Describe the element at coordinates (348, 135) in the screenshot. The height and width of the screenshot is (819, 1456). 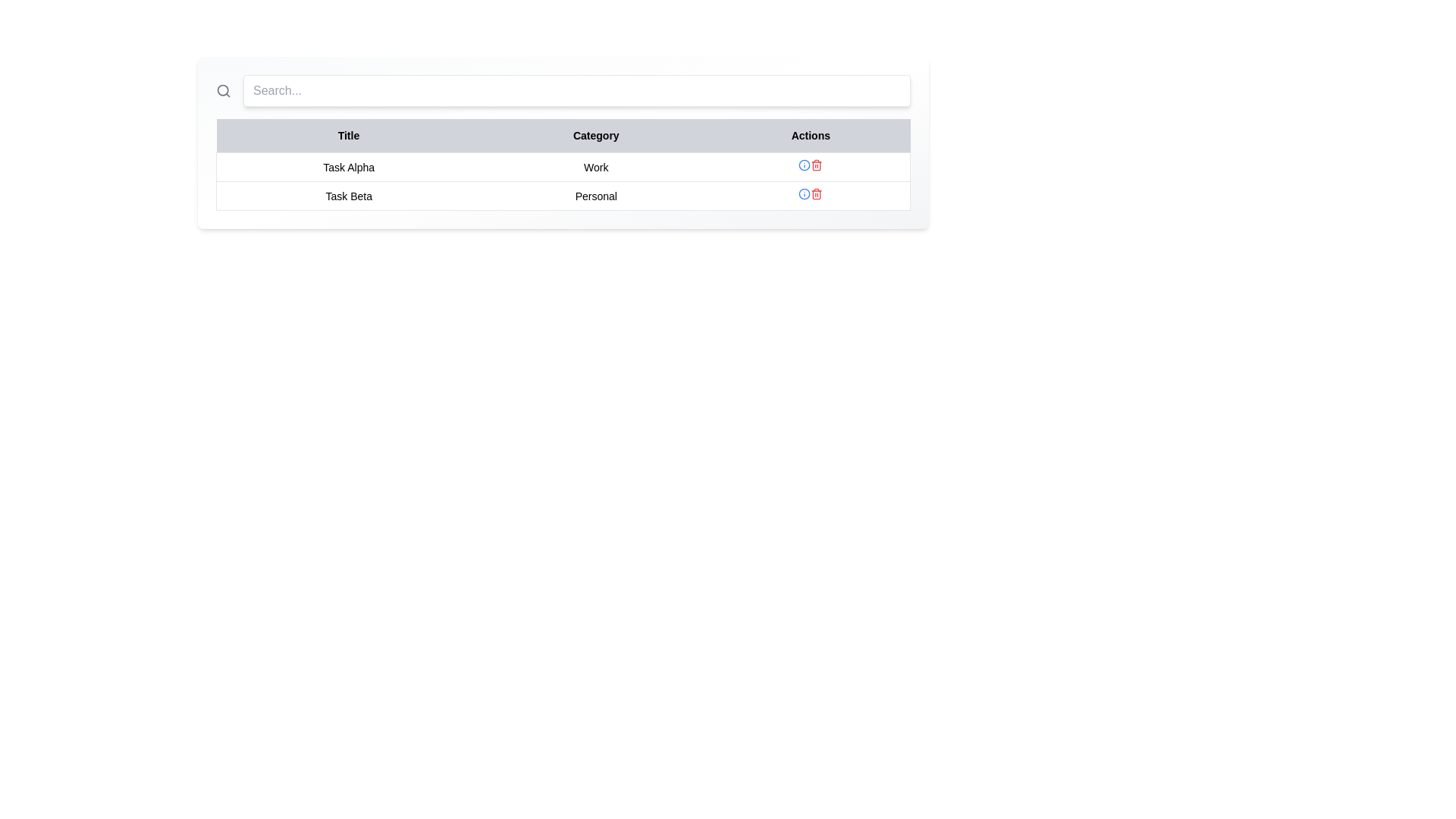
I see `text of the header label identified as 'Title', which is the first header section in the table layout` at that location.